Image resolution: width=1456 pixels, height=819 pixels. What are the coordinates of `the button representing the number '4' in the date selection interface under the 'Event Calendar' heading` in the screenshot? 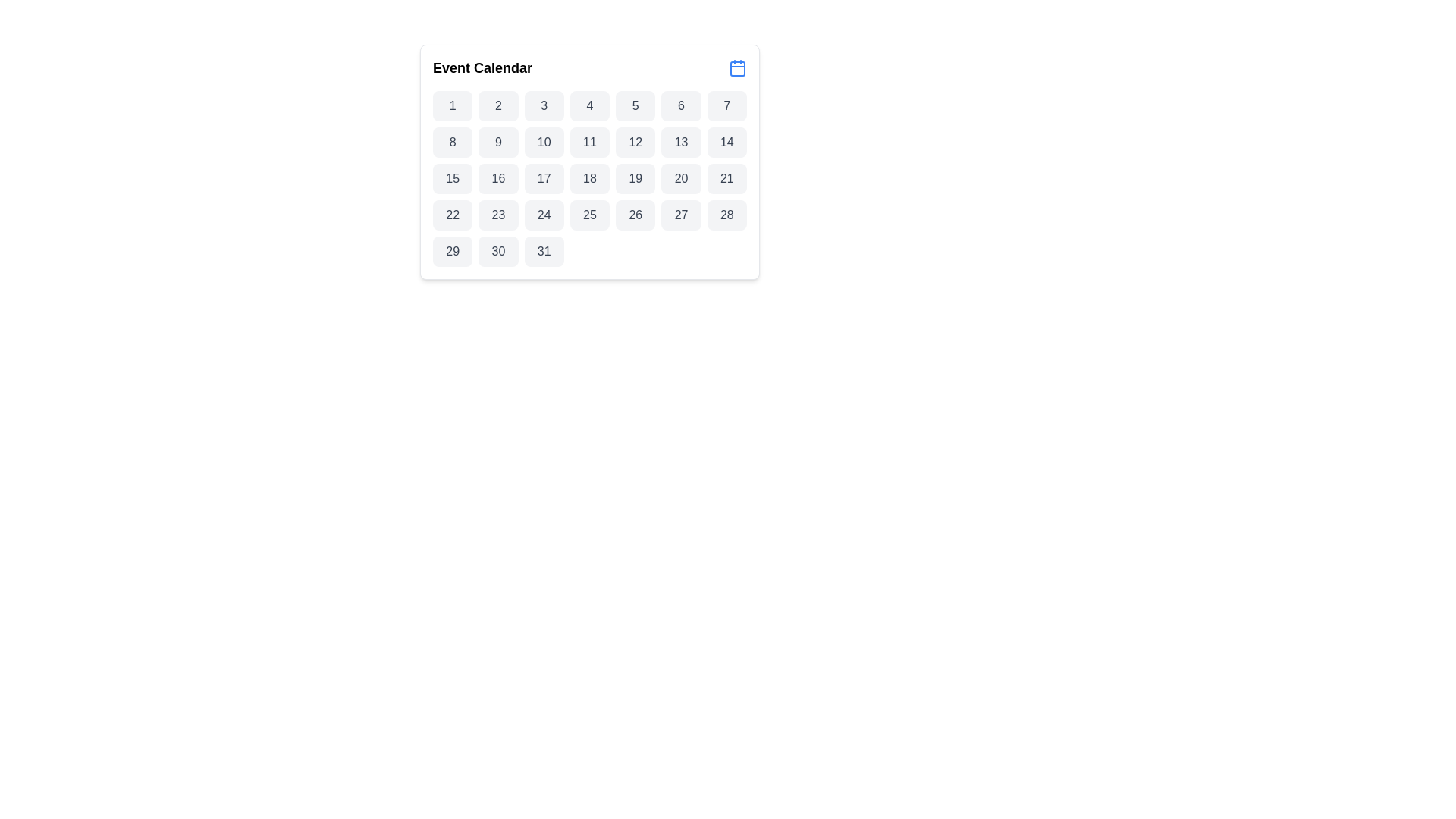 It's located at (588, 105).